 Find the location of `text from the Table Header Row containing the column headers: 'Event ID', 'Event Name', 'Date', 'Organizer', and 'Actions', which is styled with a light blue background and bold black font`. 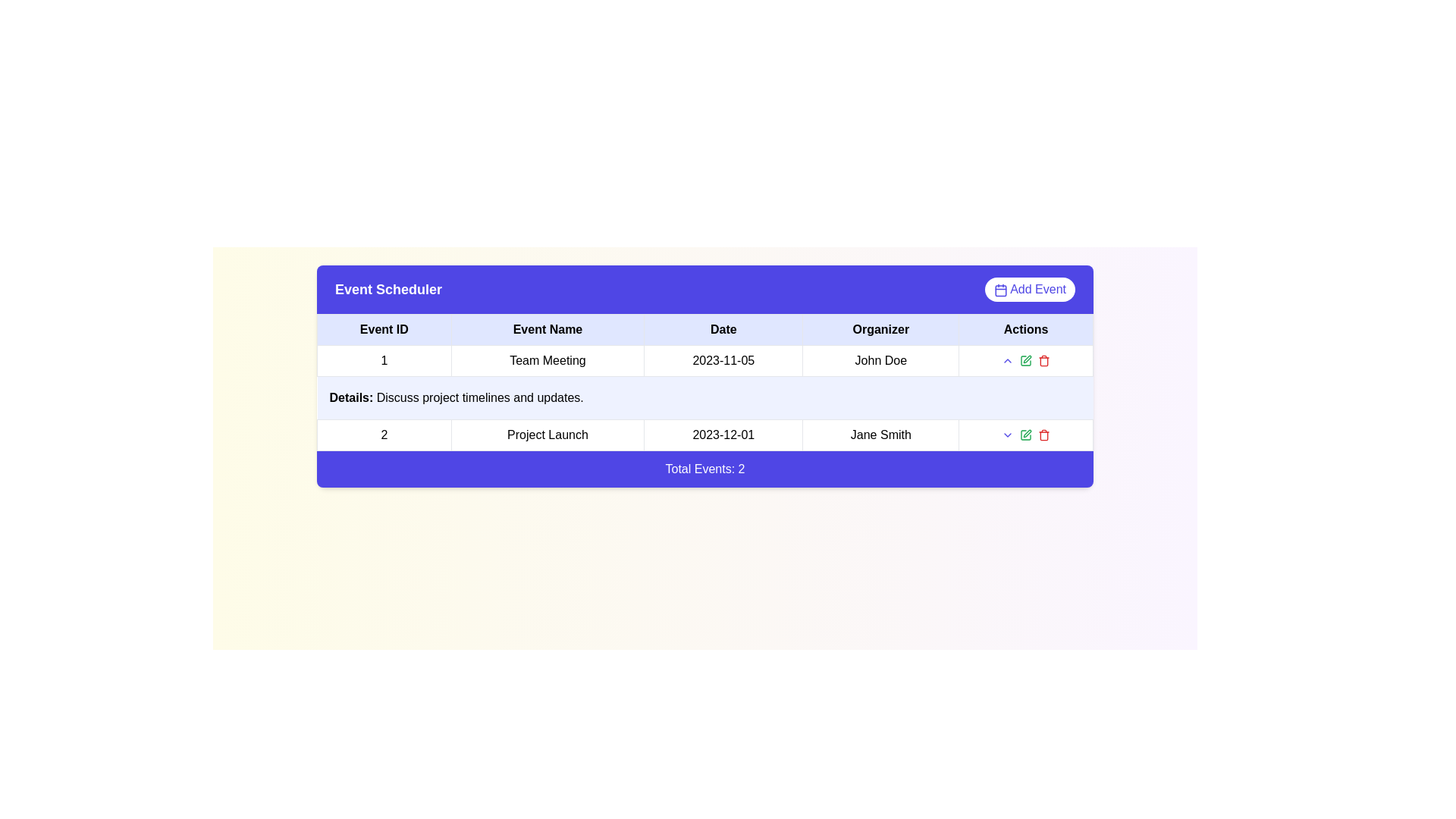

text from the Table Header Row containing the column headers: 'Event ID', 'Event Name', 'Date', 'Organizer', and 'Actions', which is styled with a light blue background and bold black font is located at coordinates (704, 329).